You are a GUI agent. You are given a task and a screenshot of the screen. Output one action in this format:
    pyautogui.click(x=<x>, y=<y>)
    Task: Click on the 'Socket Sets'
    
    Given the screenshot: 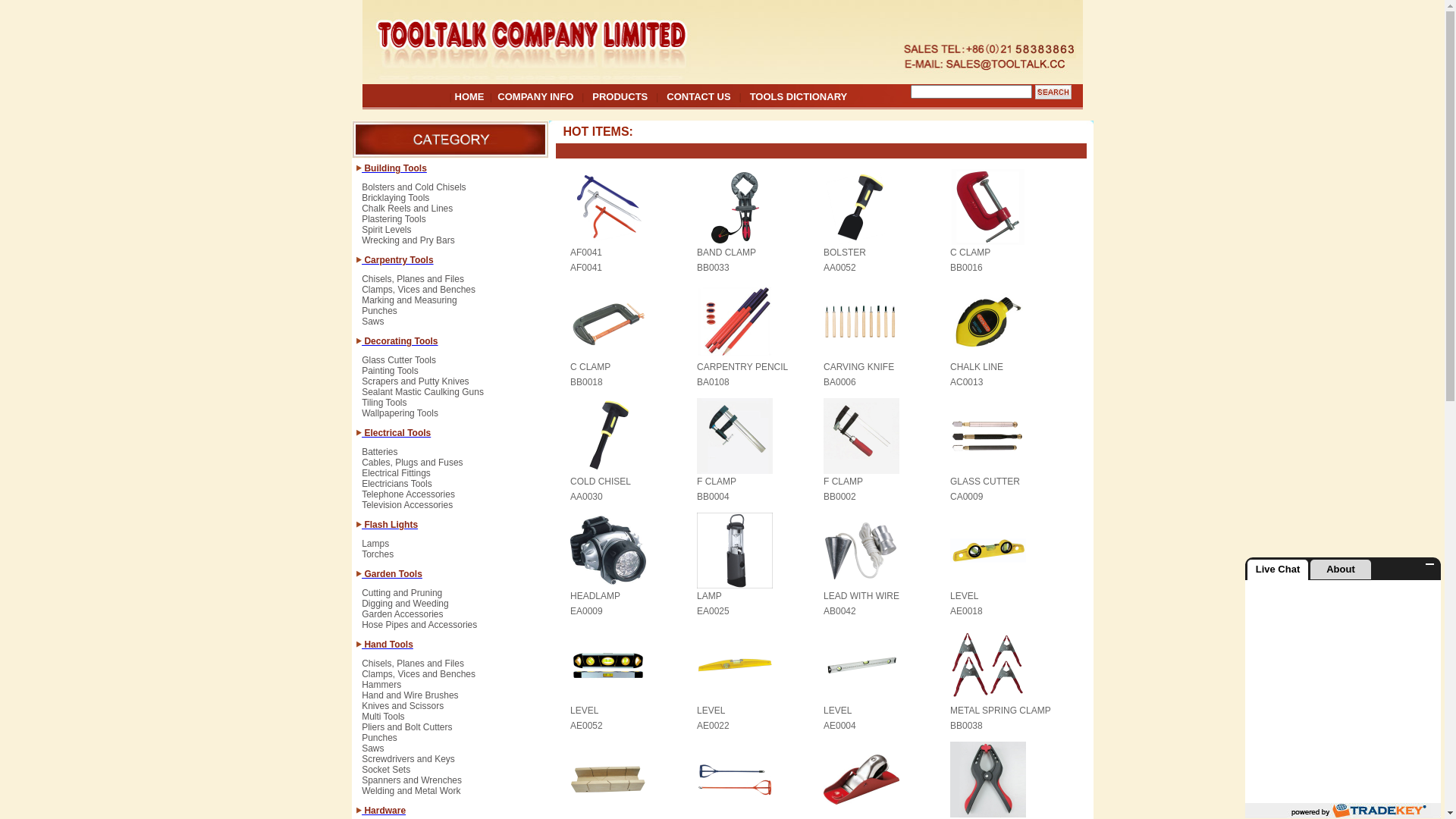 What is the action you would take?
    pyautogui.click(x=385, y=775)
    